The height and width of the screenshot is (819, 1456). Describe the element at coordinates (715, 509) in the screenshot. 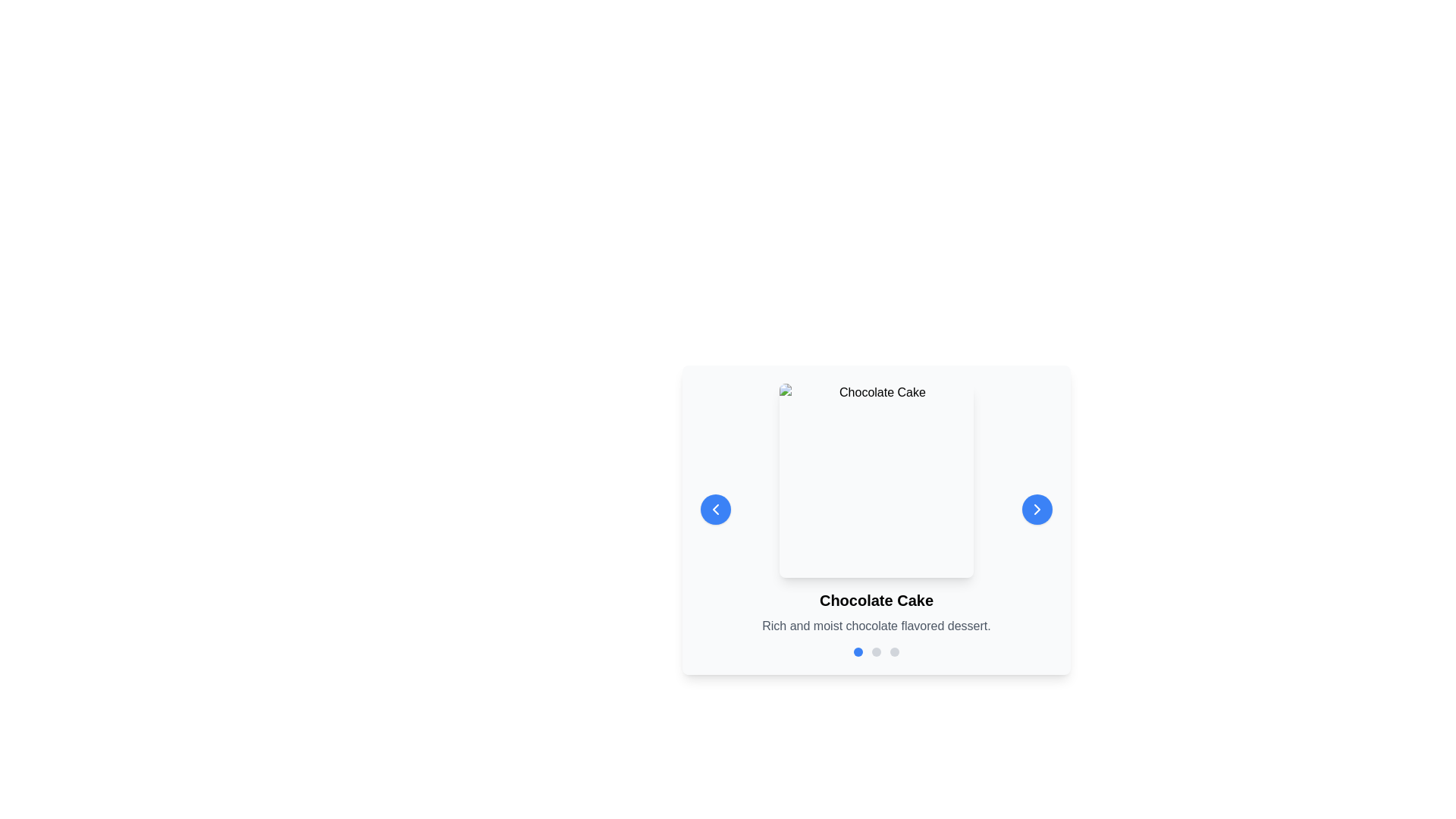

I see `the chevron icon embedded within the circular blue button on the left side of the central card component` at that location.